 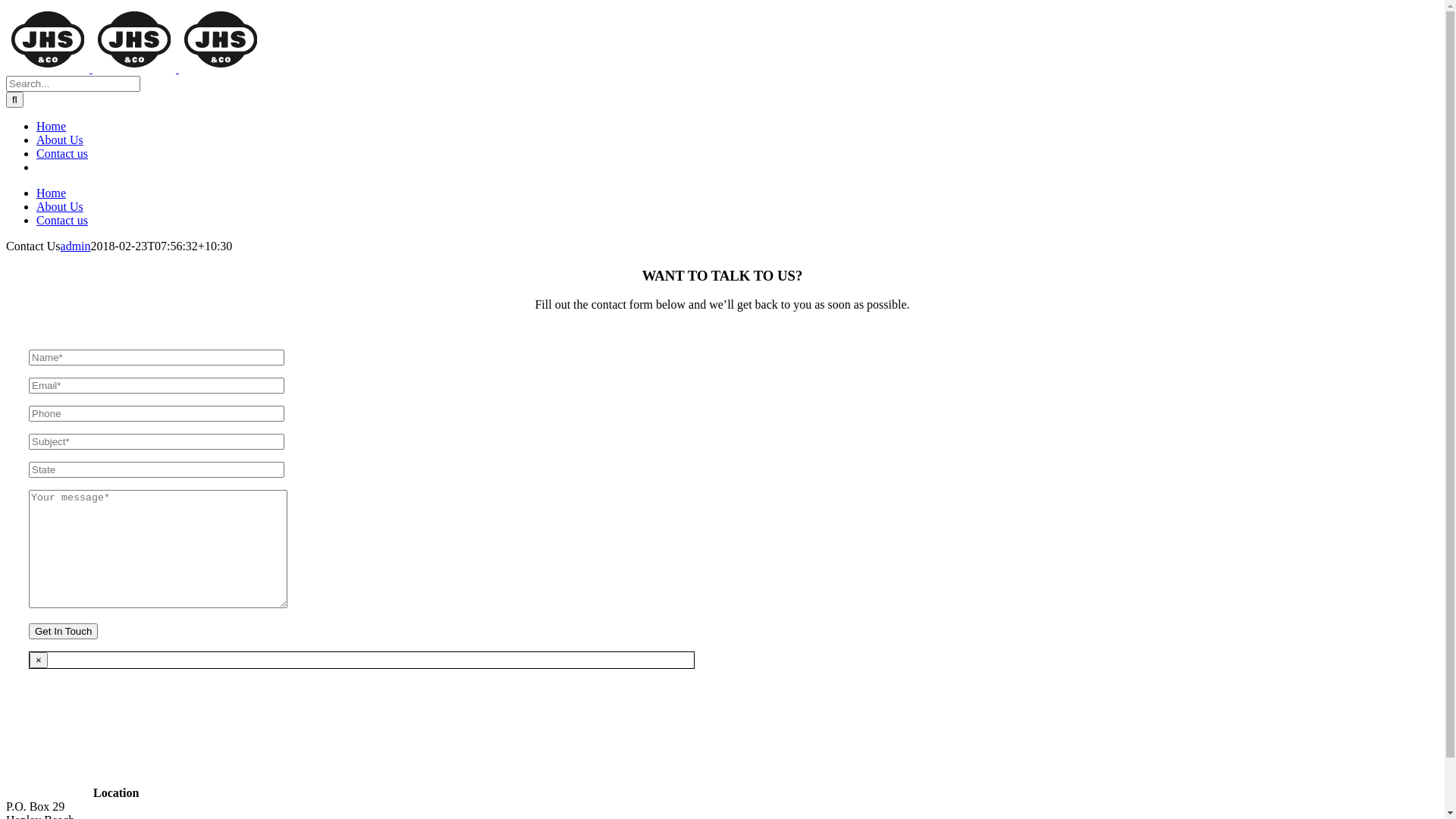 What do you see at coordinates (51, 125) in the screenshot?
I see `'Home'` at bounding box center [51, 125].